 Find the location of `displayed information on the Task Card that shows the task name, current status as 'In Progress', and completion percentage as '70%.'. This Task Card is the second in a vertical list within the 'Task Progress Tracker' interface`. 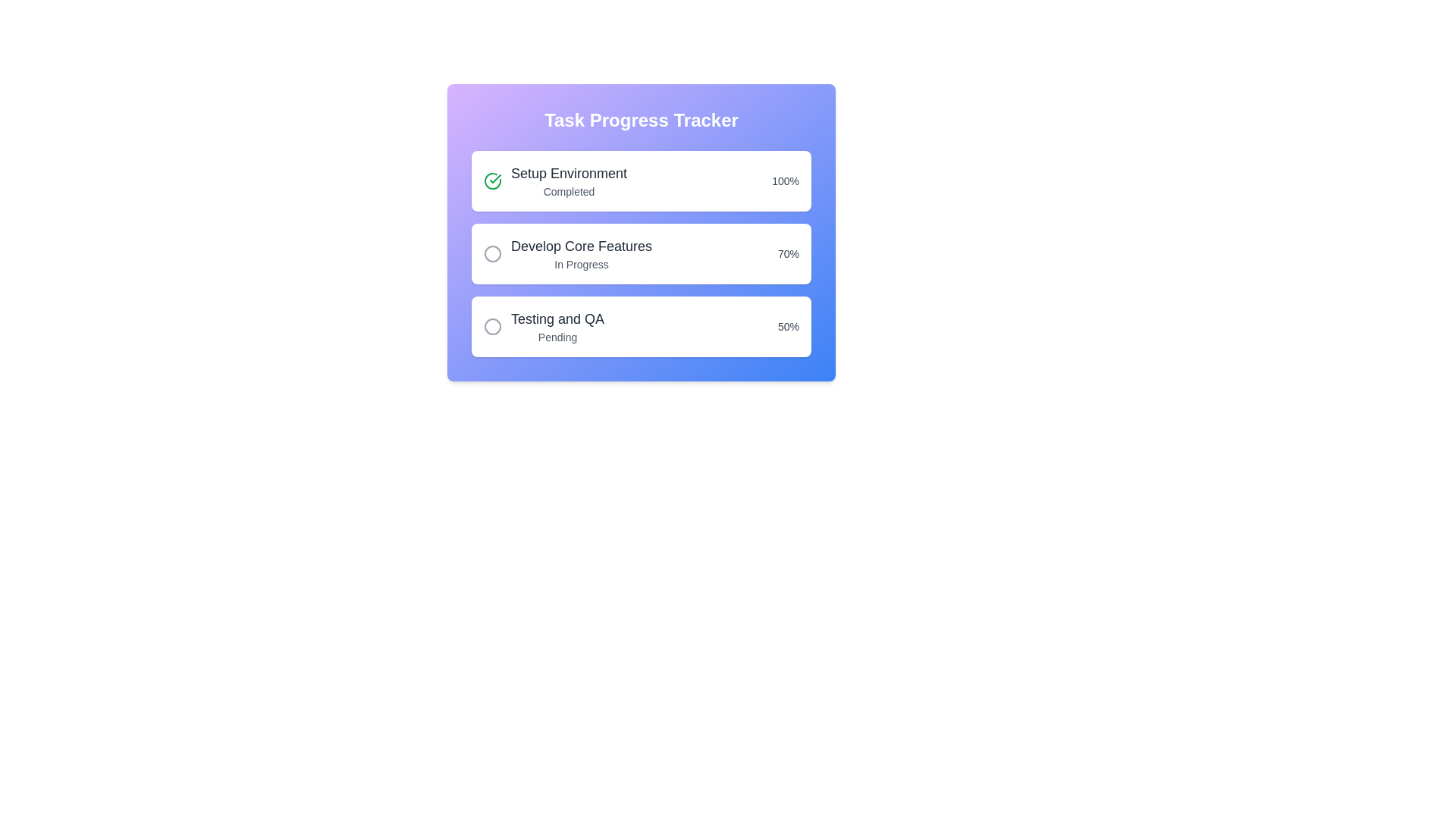

displayed information on the Task Card that shows the task name, current status as 'In Progress', and completion percentage as '70%.'. This Task Card is the second in a vertical list within the 'Task Progress Tracker' interface is located at coordinates (641, 253).